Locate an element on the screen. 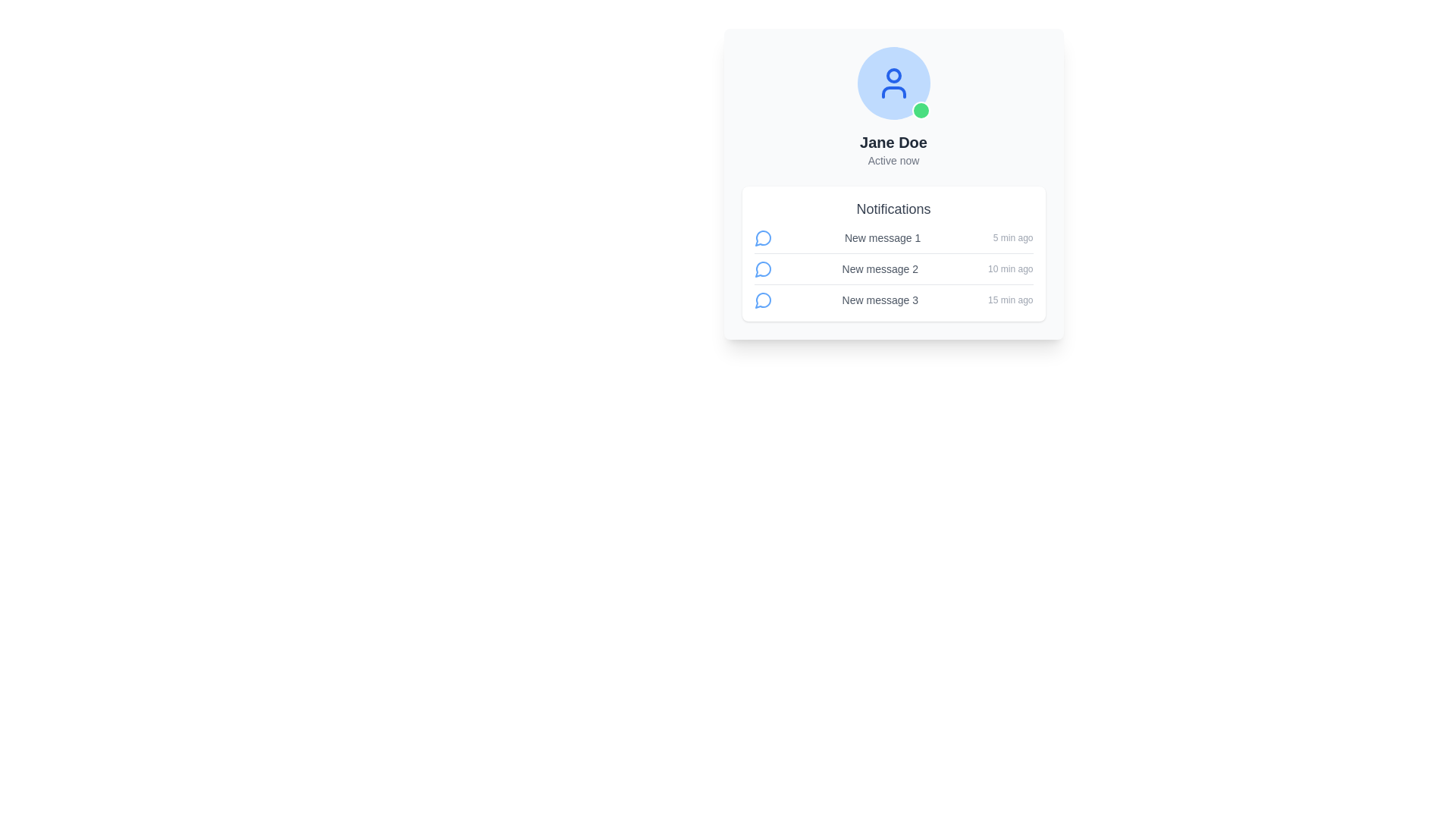  the speech bubble icon outlined in blue, which is positioned to the left of the text 'New message 2' in the notification list is located at coordinates (763, 268).